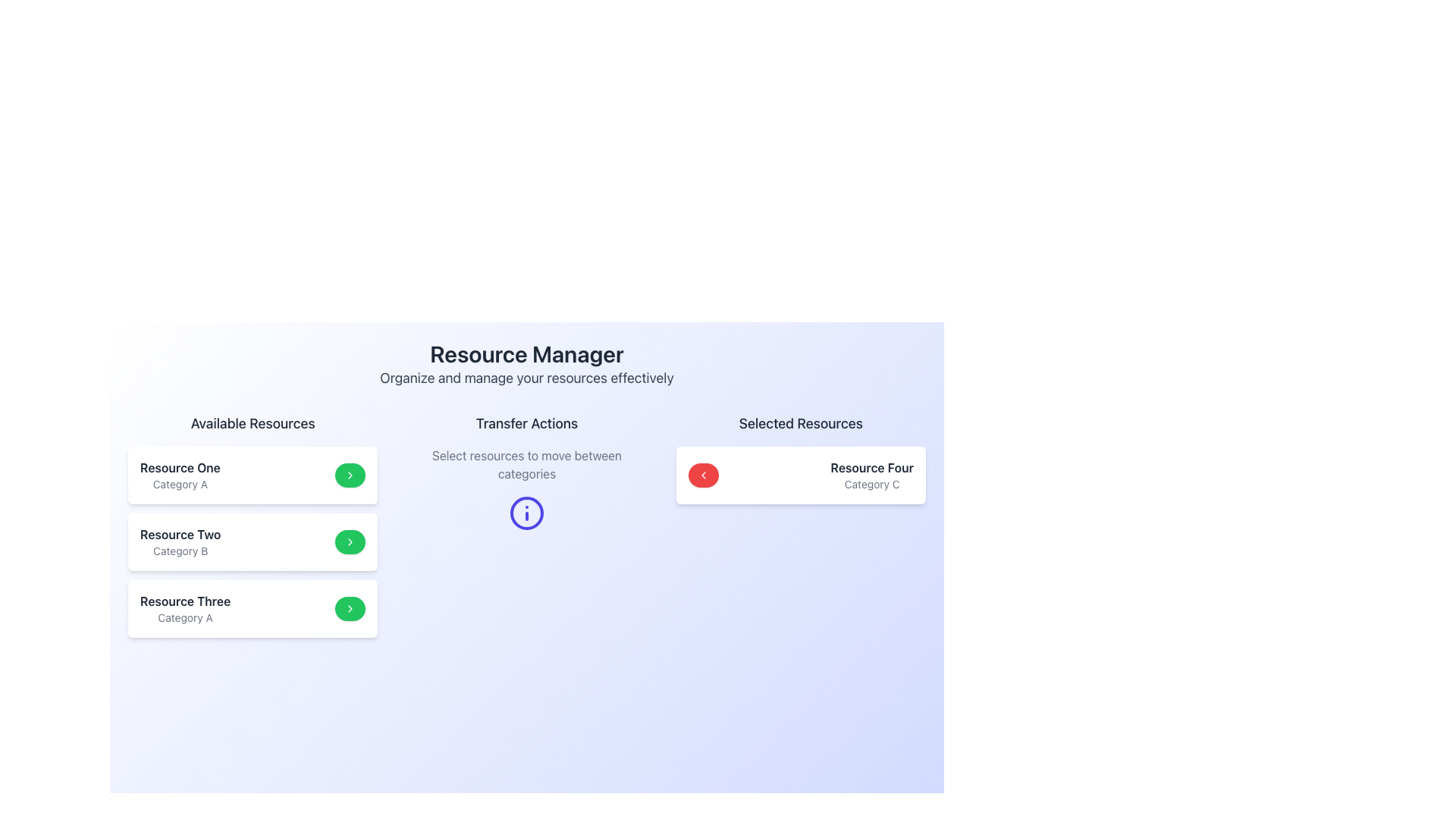 This screenshot has height=819, width=1456. I want to click on the arrow button within the List of items with interactive buttons located in the left-most column, second section from the top, so click(253, 525).